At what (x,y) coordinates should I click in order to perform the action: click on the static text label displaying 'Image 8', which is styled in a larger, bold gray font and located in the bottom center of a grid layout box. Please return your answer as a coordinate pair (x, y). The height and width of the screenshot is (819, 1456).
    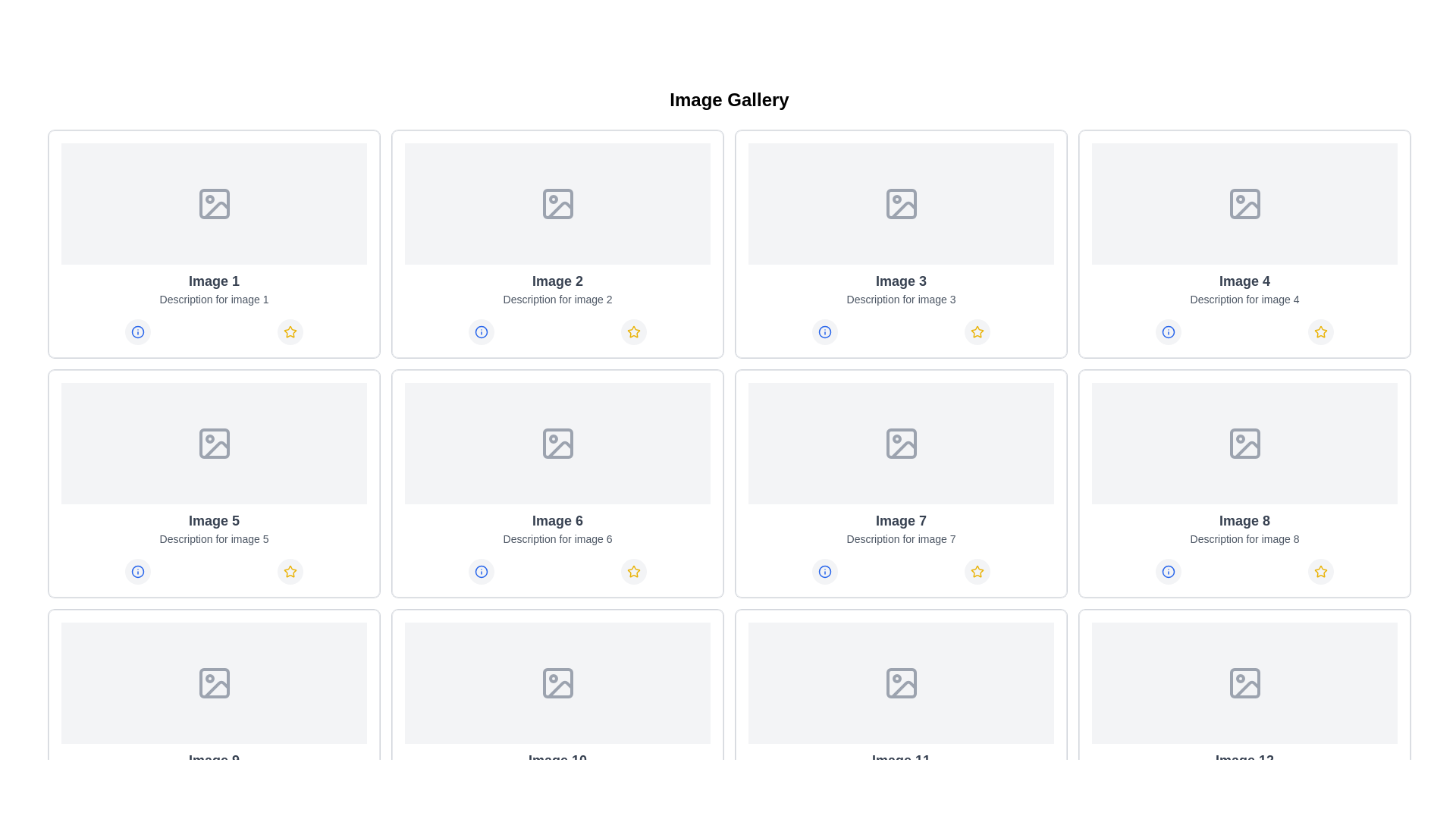
    Looking at the image, I should click on (1244, 519).